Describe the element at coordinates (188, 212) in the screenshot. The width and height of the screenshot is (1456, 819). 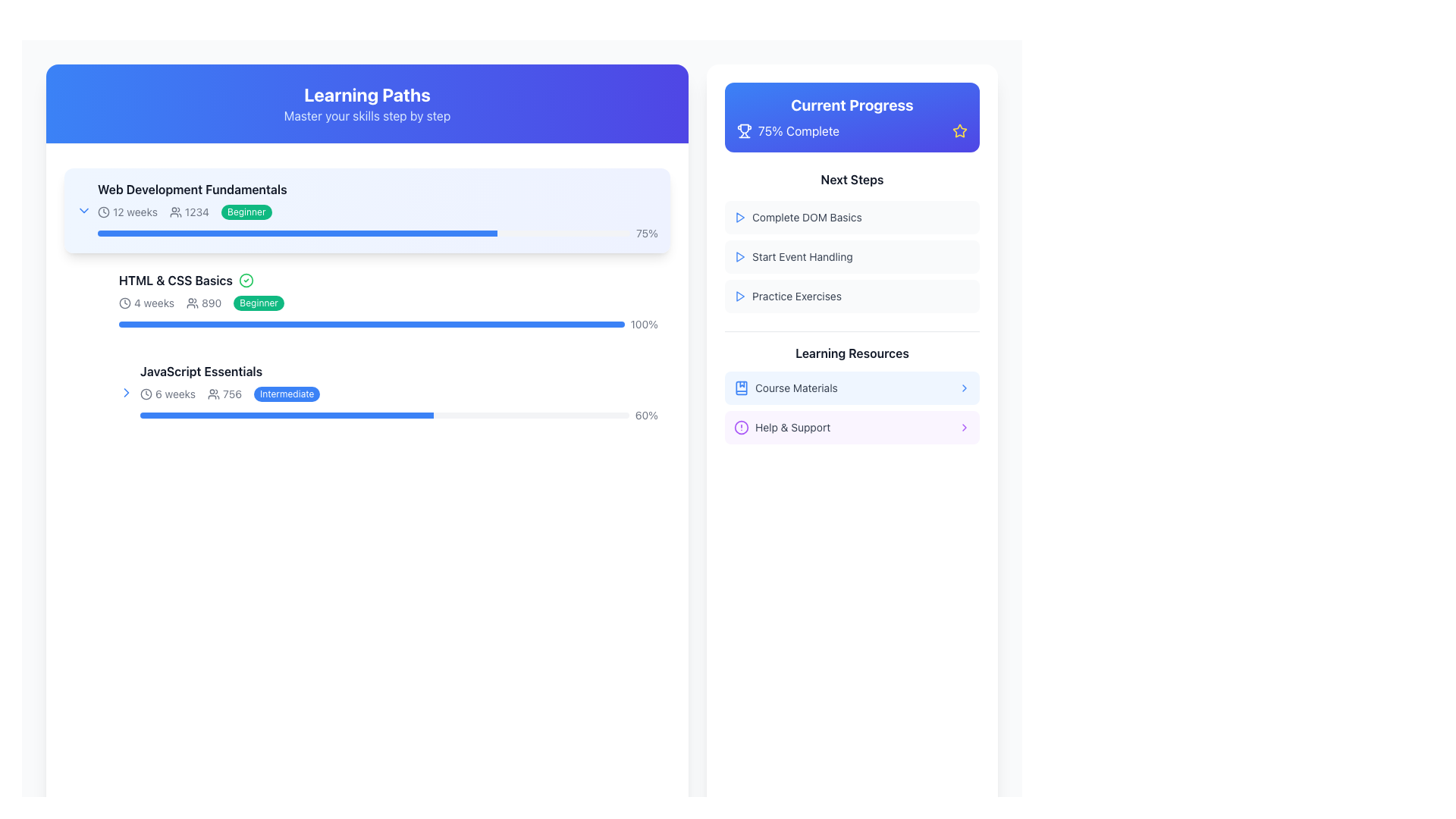
I see `the text displaying '1234' with the associated icon of a group of people, located in the first entry of the 'Web Development Fundamentals' list` at that location.